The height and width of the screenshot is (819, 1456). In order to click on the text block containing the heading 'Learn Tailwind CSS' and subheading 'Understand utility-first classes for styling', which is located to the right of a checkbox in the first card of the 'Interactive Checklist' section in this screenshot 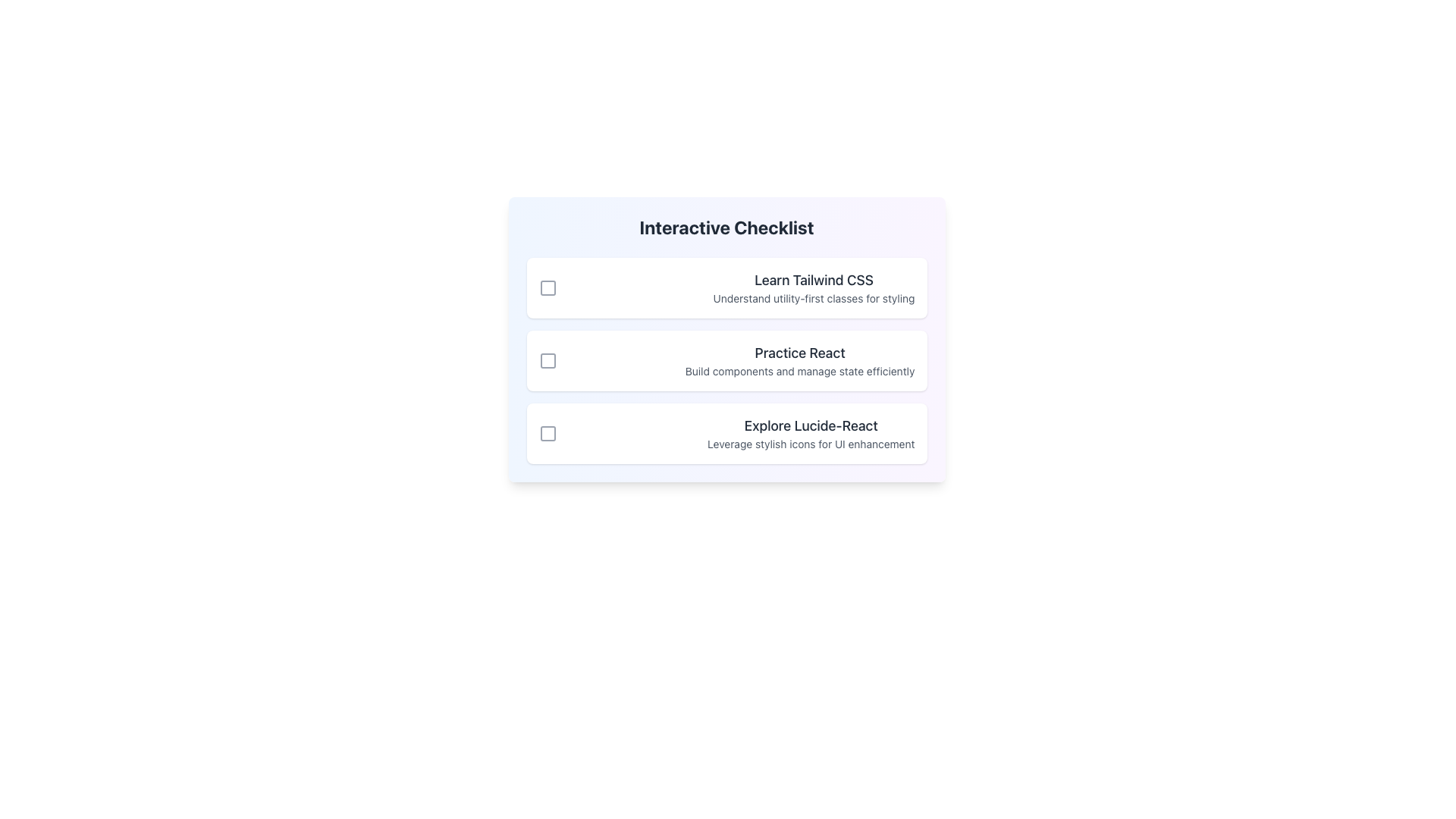, I will do `click(813, 288)`.